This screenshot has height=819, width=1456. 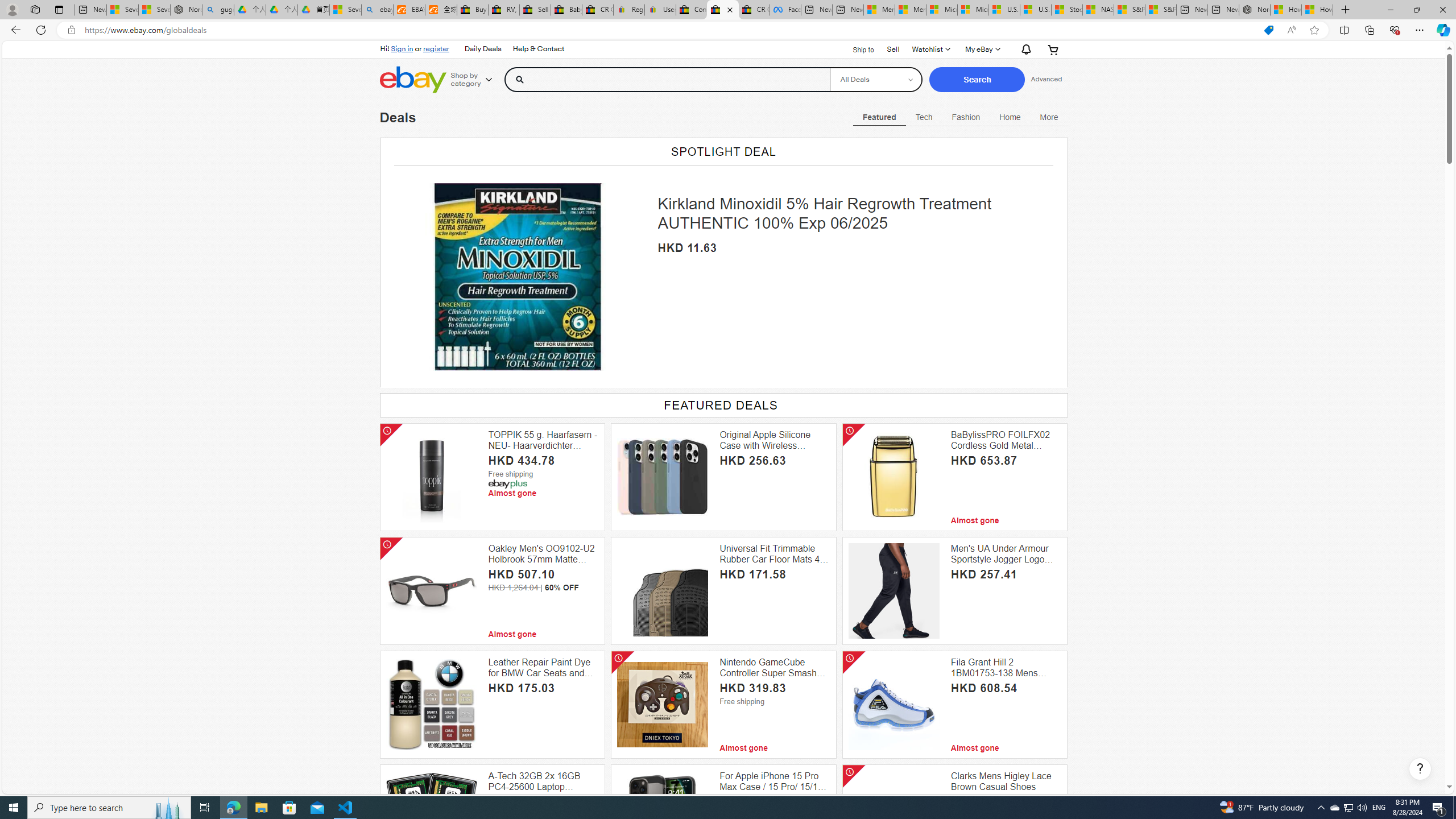 I want to click on 'Your shopping cart', so click(x=1052, y=49).